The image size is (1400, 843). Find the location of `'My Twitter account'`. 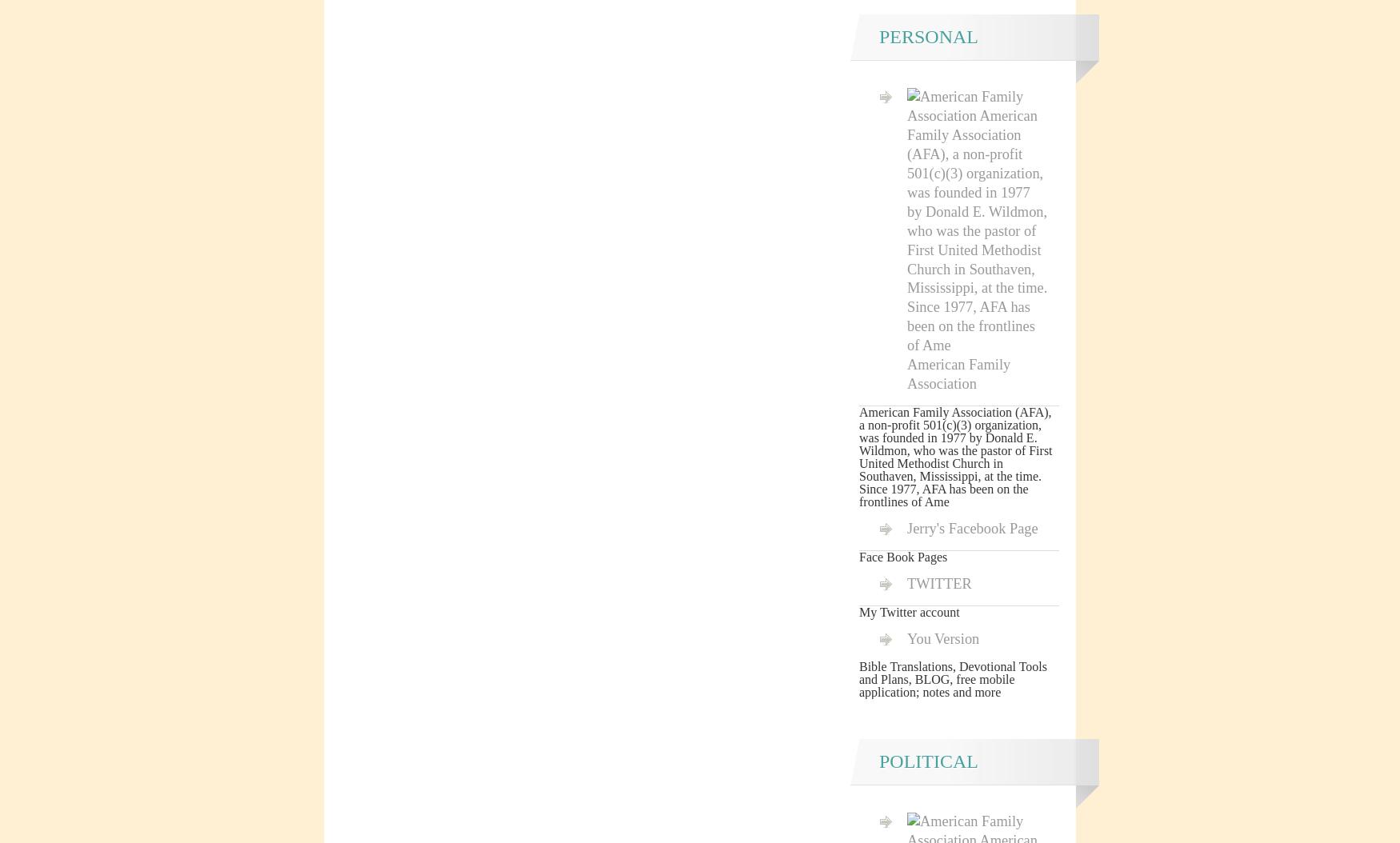

'My Twitter account' is located at coordinates (908, 611).